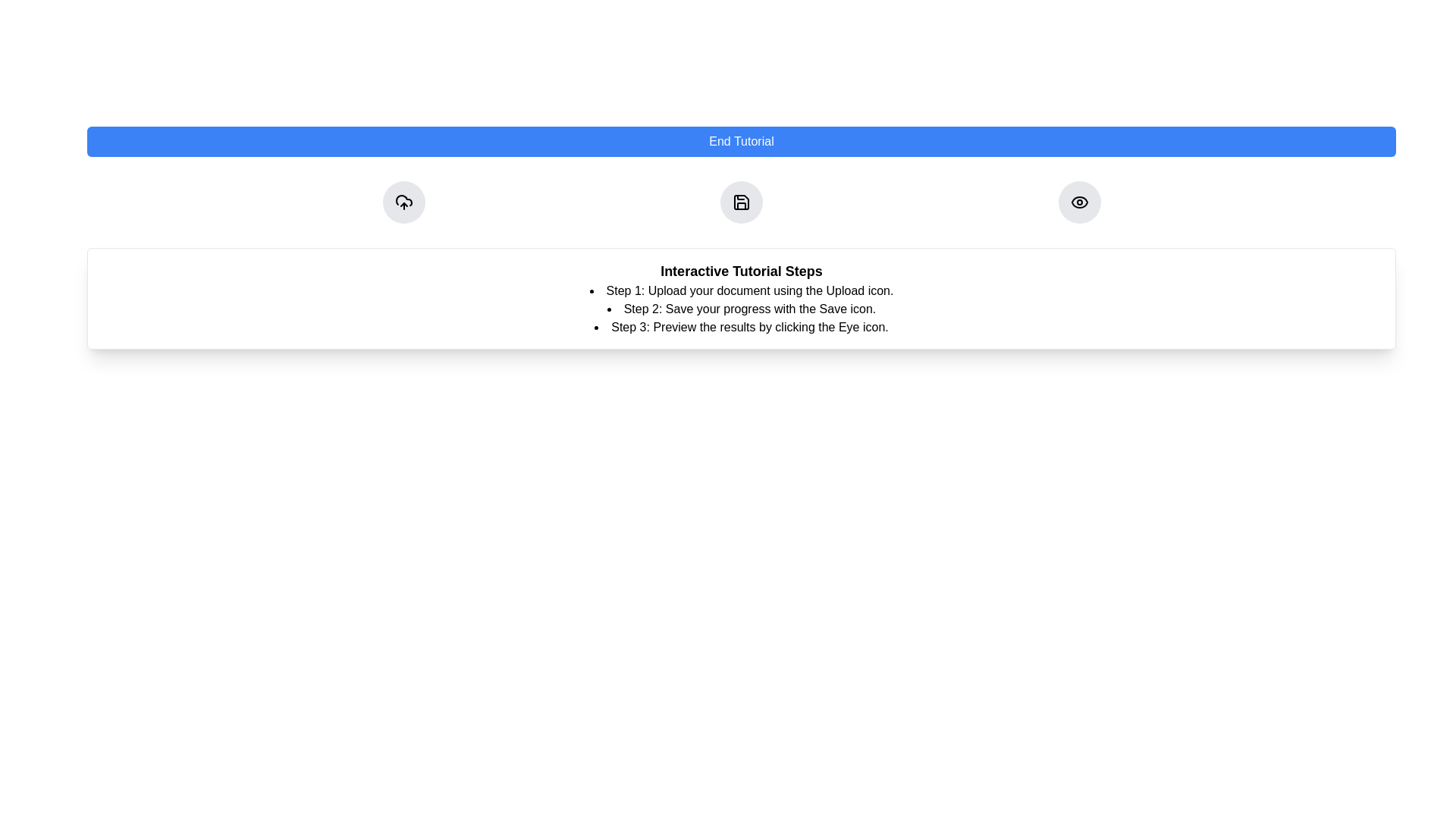 This screenshot has height=819, width=1456. Describe the element at coordinates (742, 201) in the screenshot. I see `the floppy disk icon button, which is the rightmost circular button in a row of three` at that location.